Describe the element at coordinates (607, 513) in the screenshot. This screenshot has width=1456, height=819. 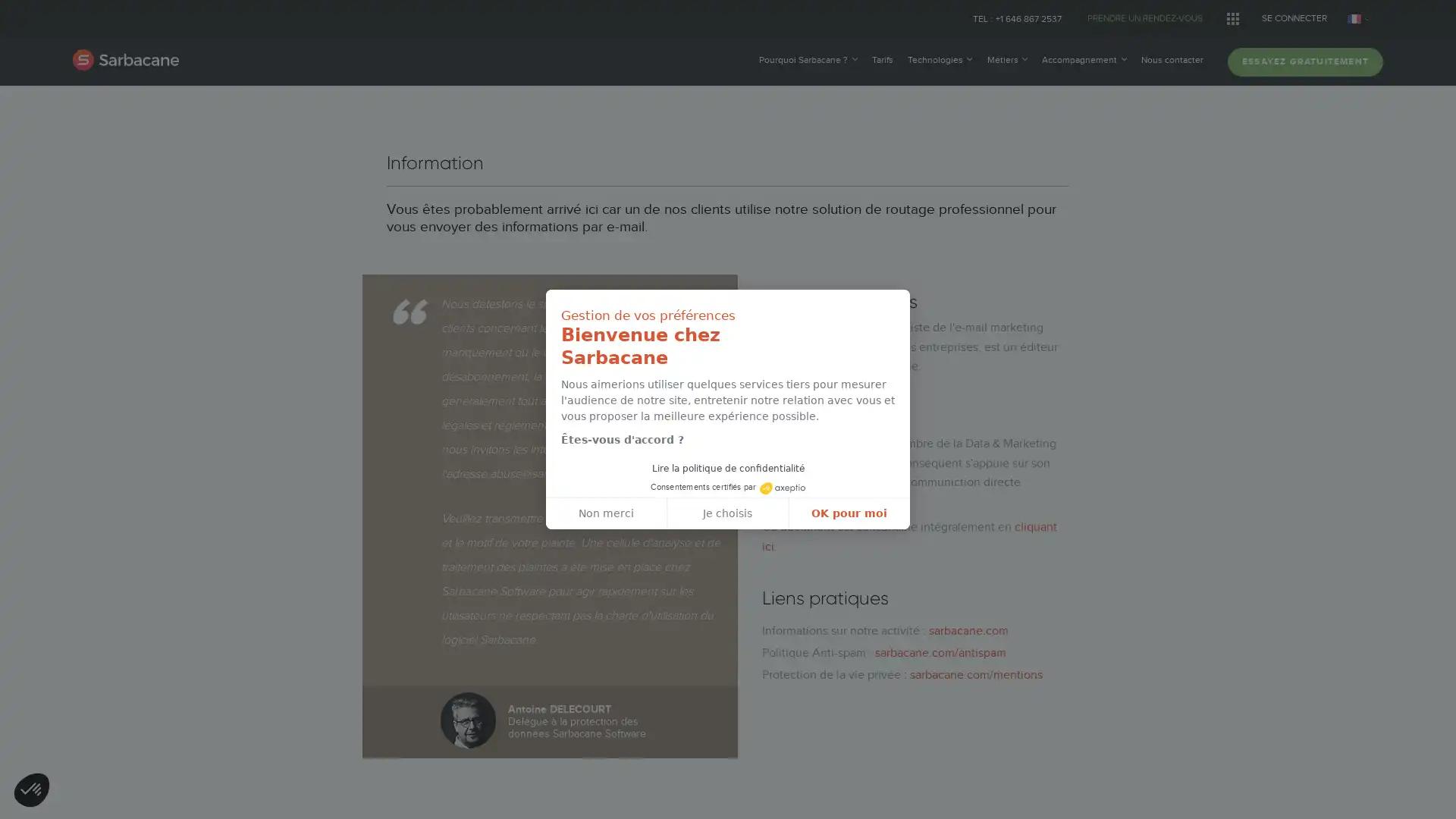
I see `Non merci` at that location.